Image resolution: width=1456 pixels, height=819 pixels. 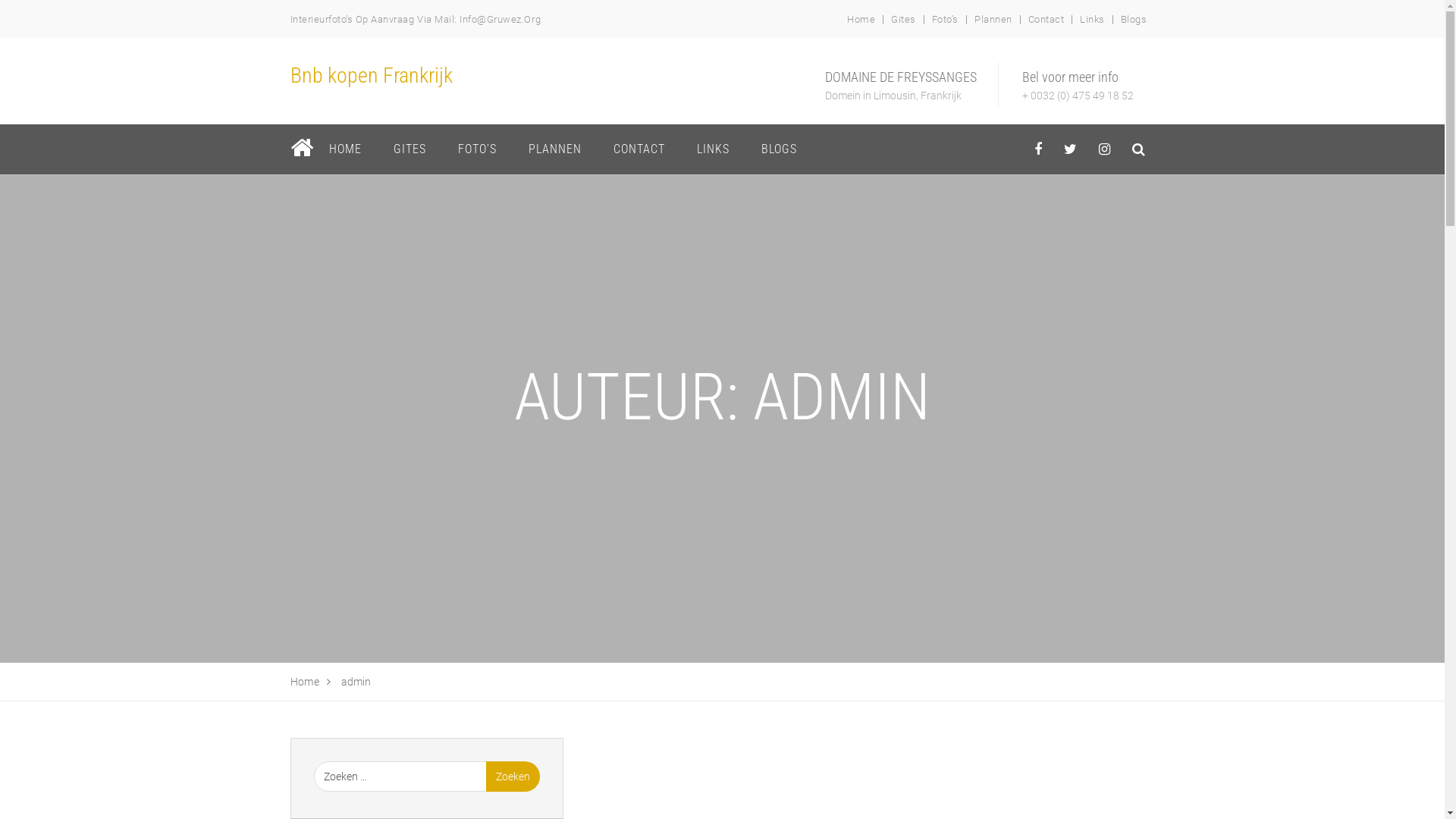 I want to click on 'Gites', so click(x=903, y=19).